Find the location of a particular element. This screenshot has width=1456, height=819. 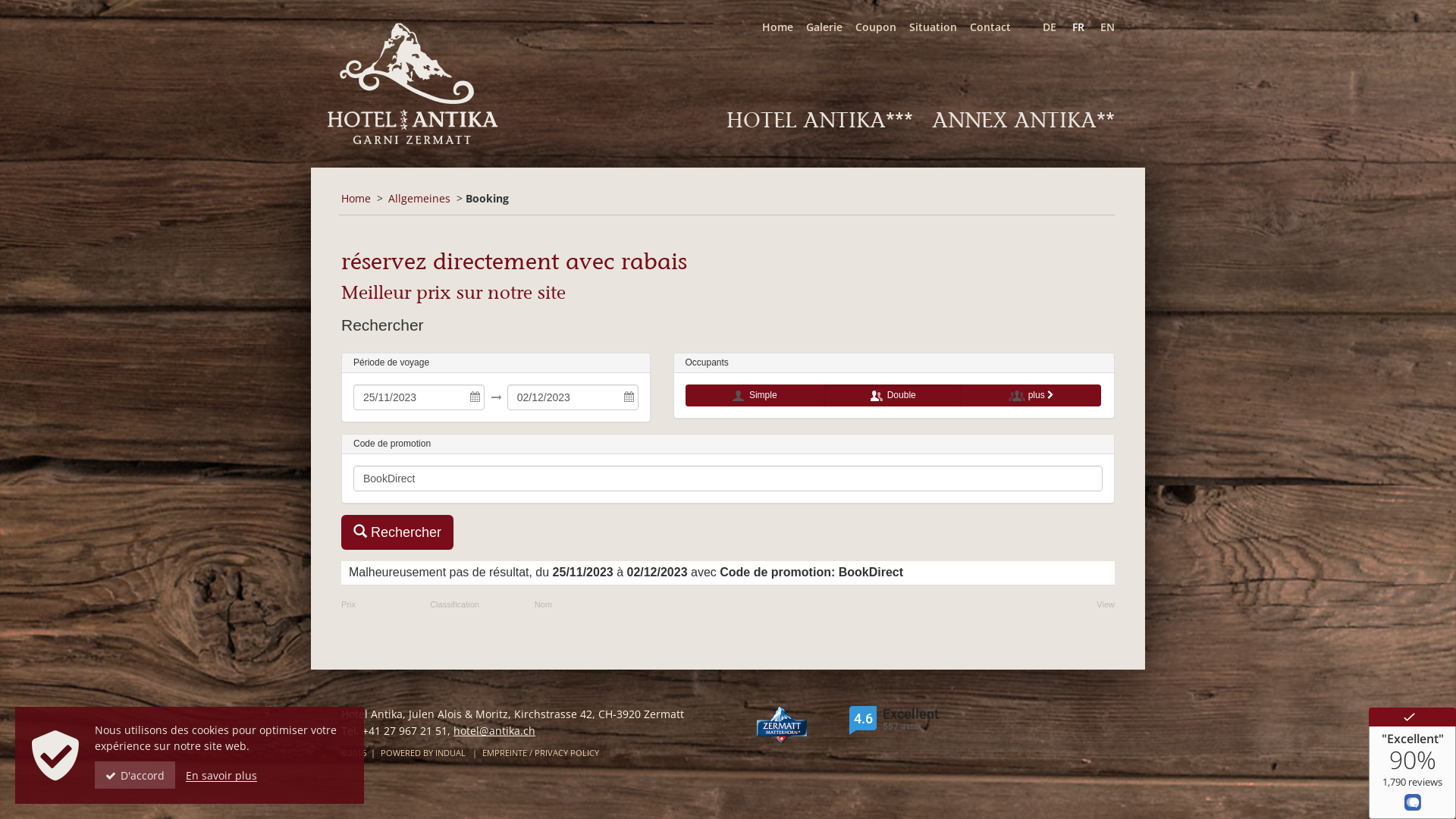

'ANNEX ANTIKA**' is located at coordinates (1023, 119).